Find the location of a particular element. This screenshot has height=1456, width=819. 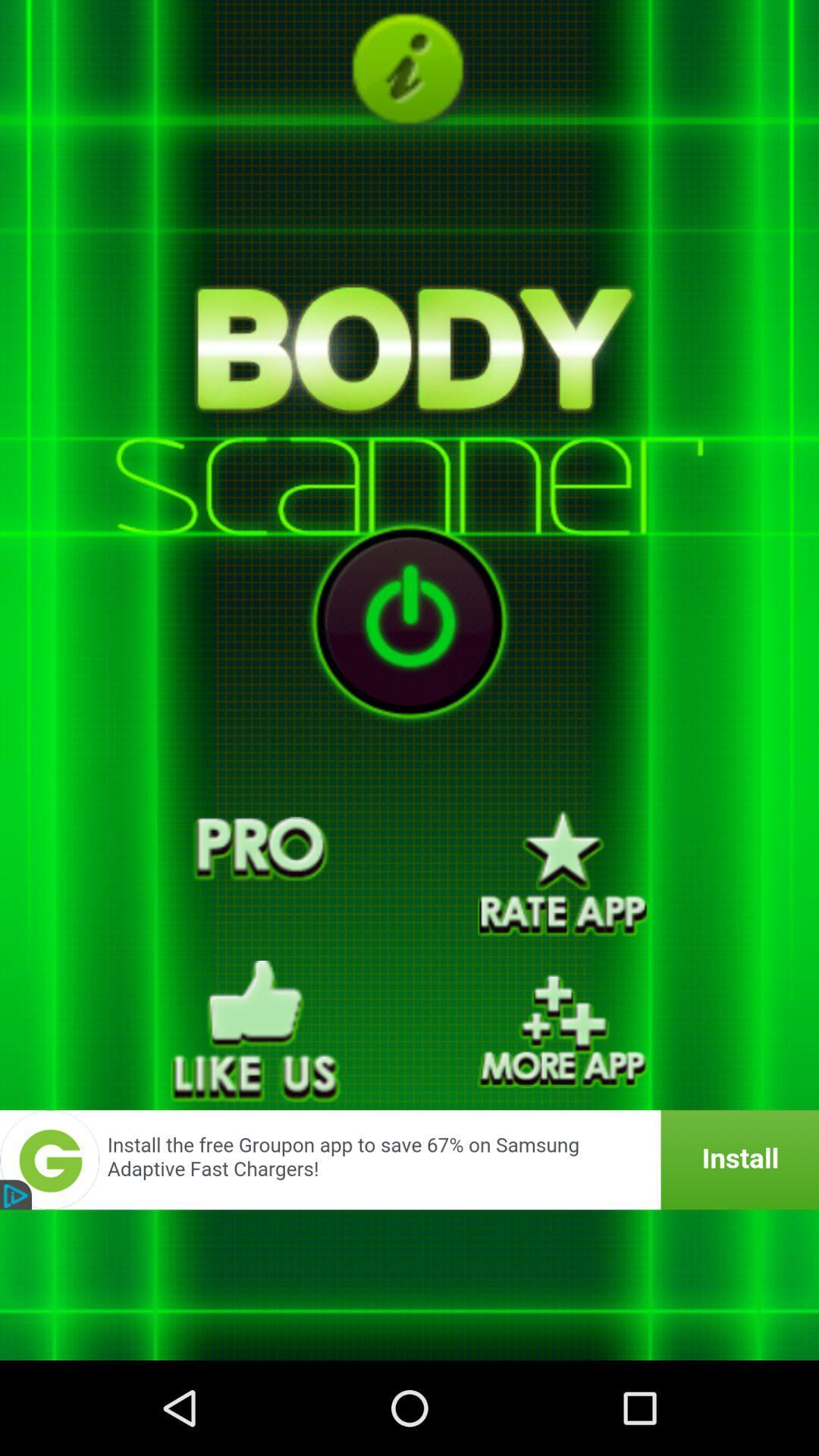

buy pro version of app is located at coordinates (255, 874).